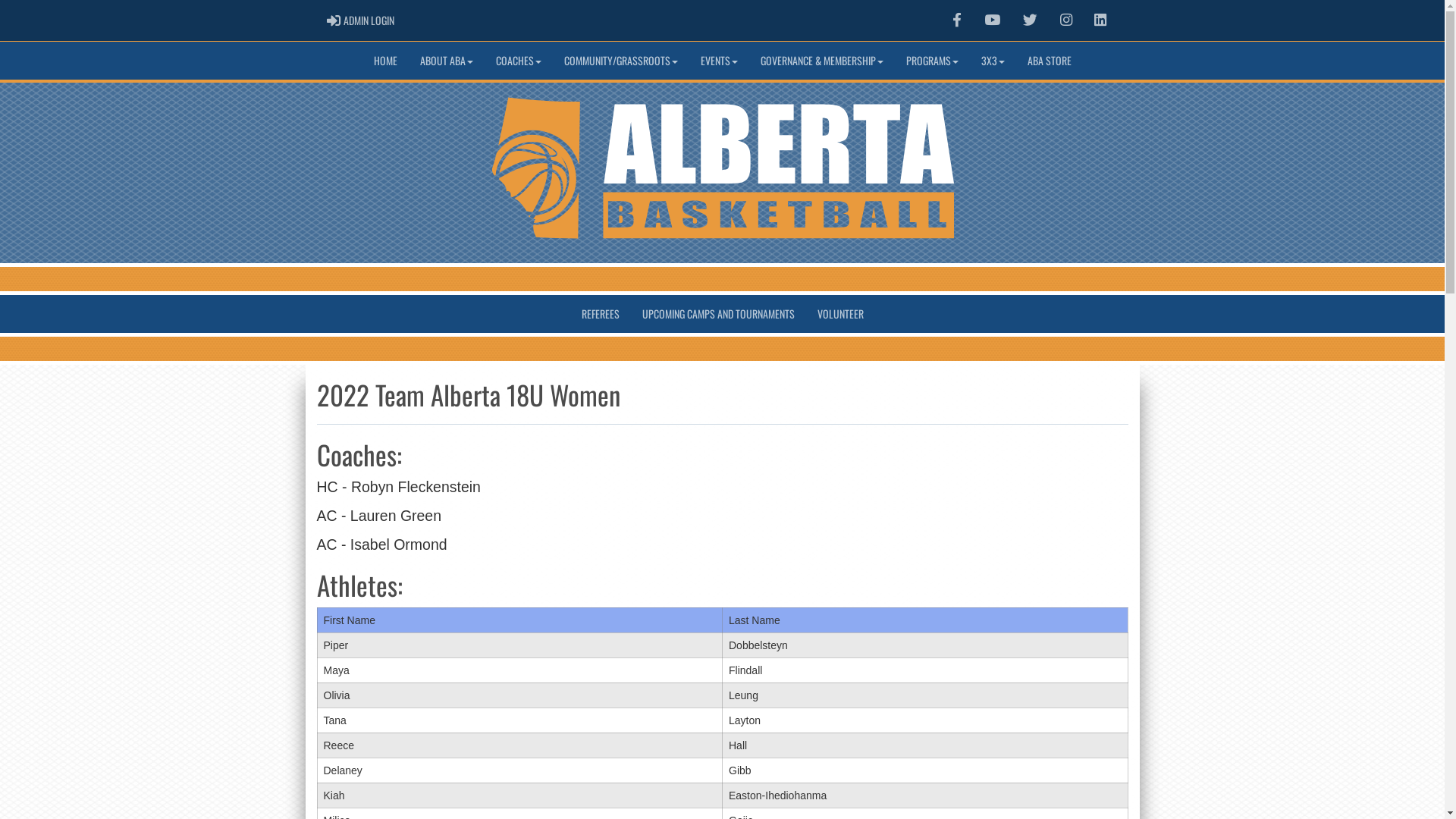 Image resolution: width=1456 pixels, height=819 pixels. Describe the element at coordinates (1100, 20) in the screenshot. I see `'LinkedIn'` at that location.